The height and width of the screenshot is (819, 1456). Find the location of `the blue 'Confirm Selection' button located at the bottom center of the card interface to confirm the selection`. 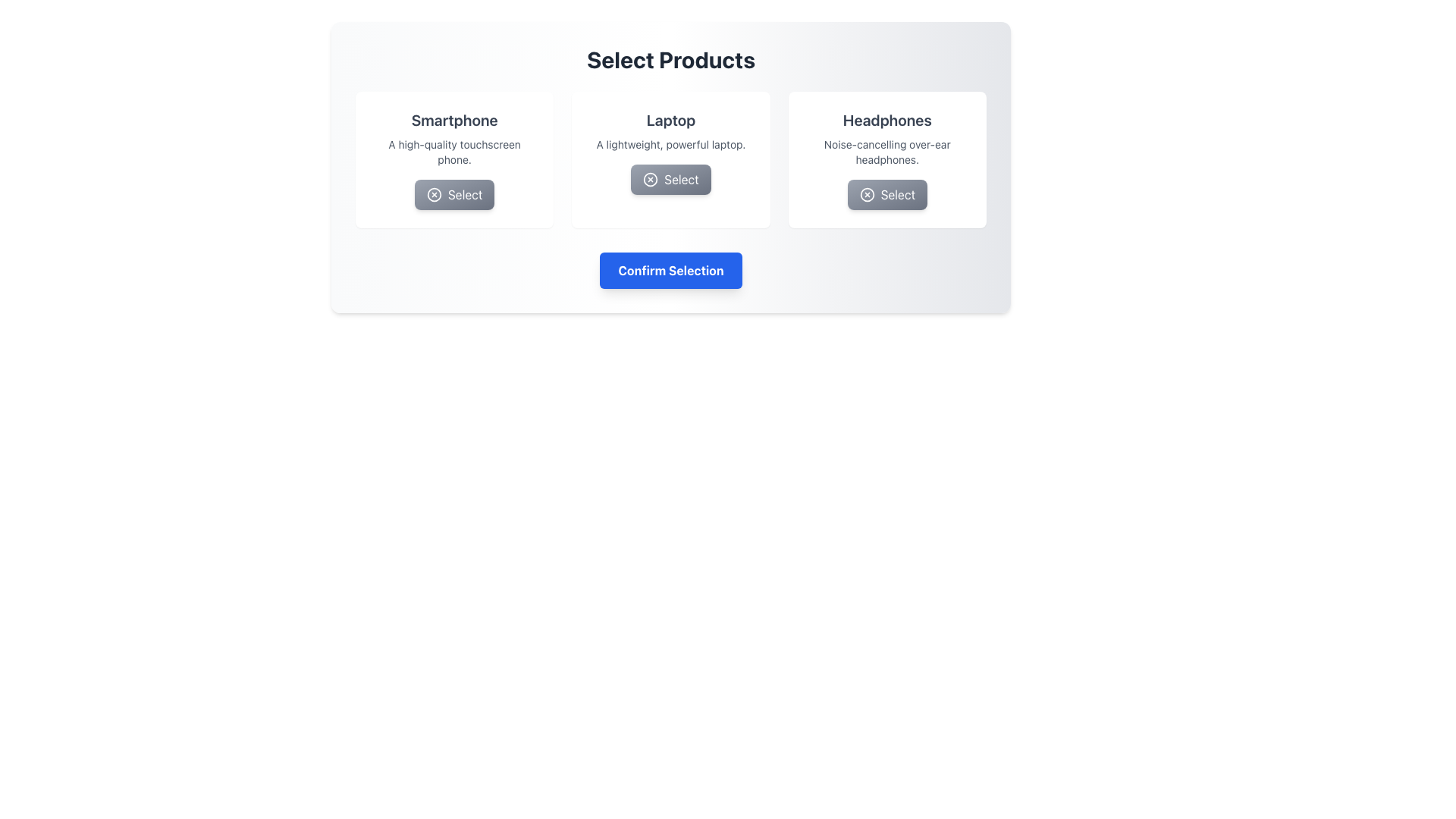

the blue 'Confirm Selection' button located at the bottom center of the card interface to confirm the selection is located at coordinates (670, 270).